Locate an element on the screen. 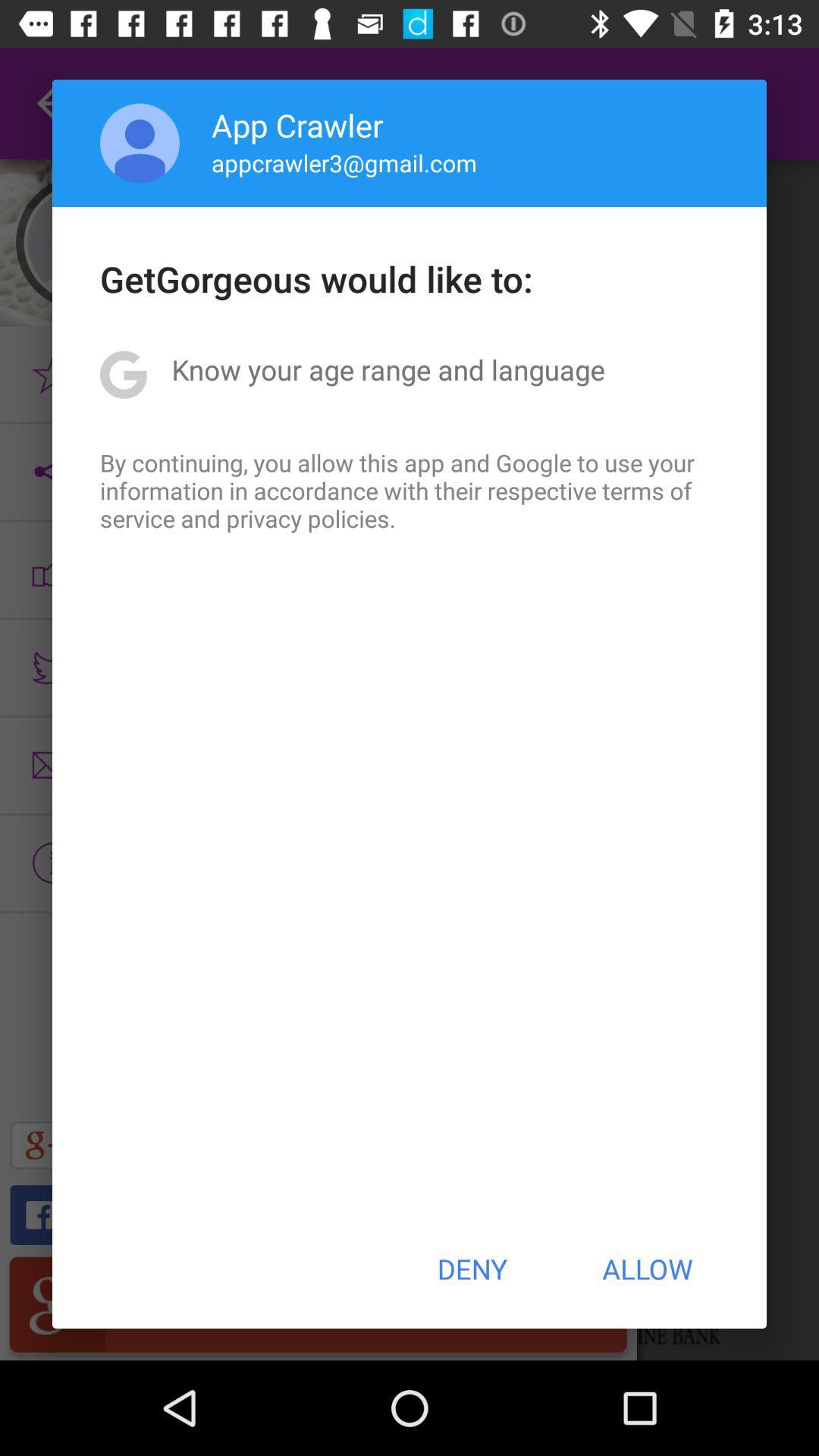  the icon below app crawler icon is located at coordinates (344, 162).